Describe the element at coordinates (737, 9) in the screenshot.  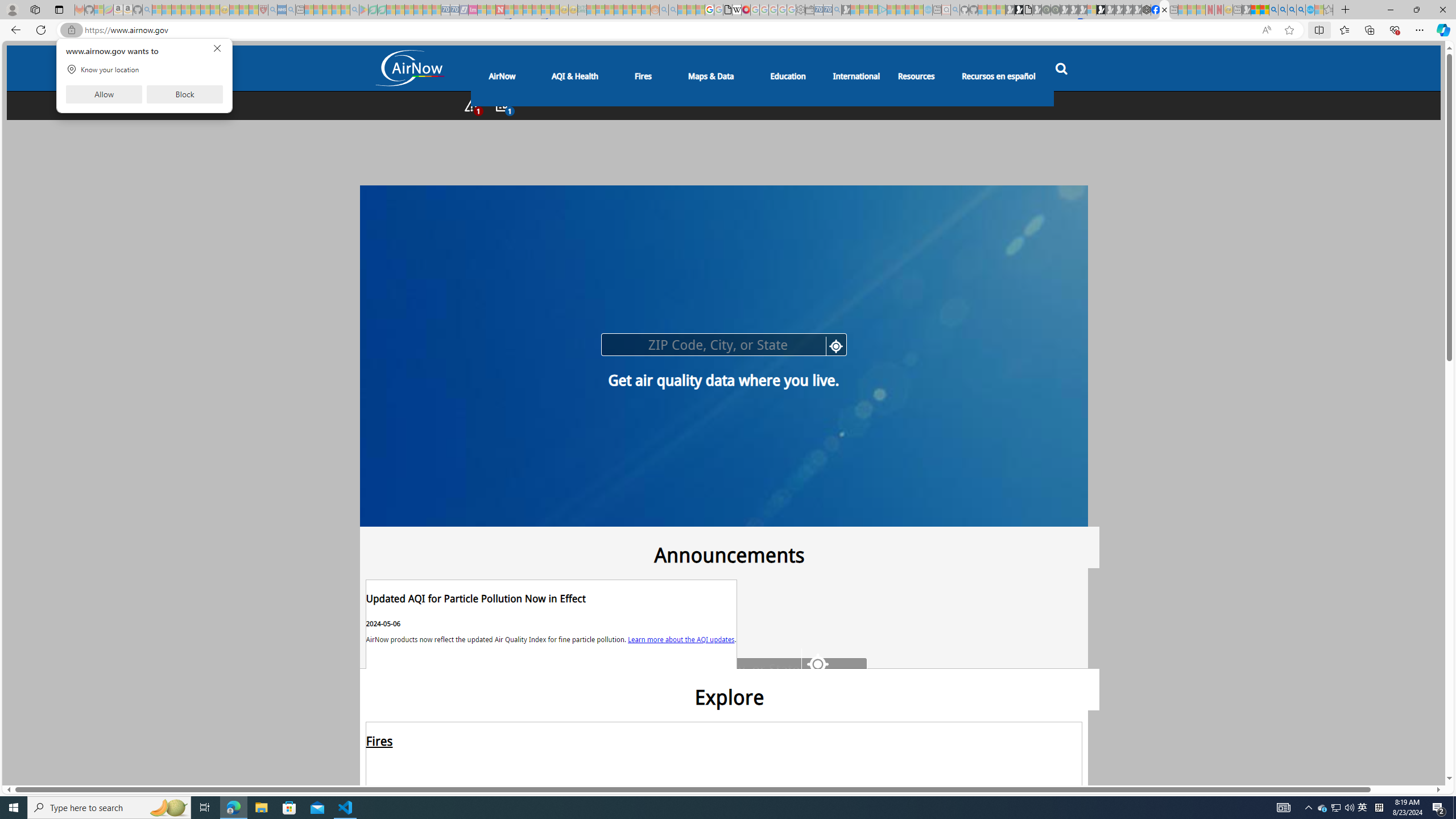
I see `'Target page - Wikipedia'` at that location.